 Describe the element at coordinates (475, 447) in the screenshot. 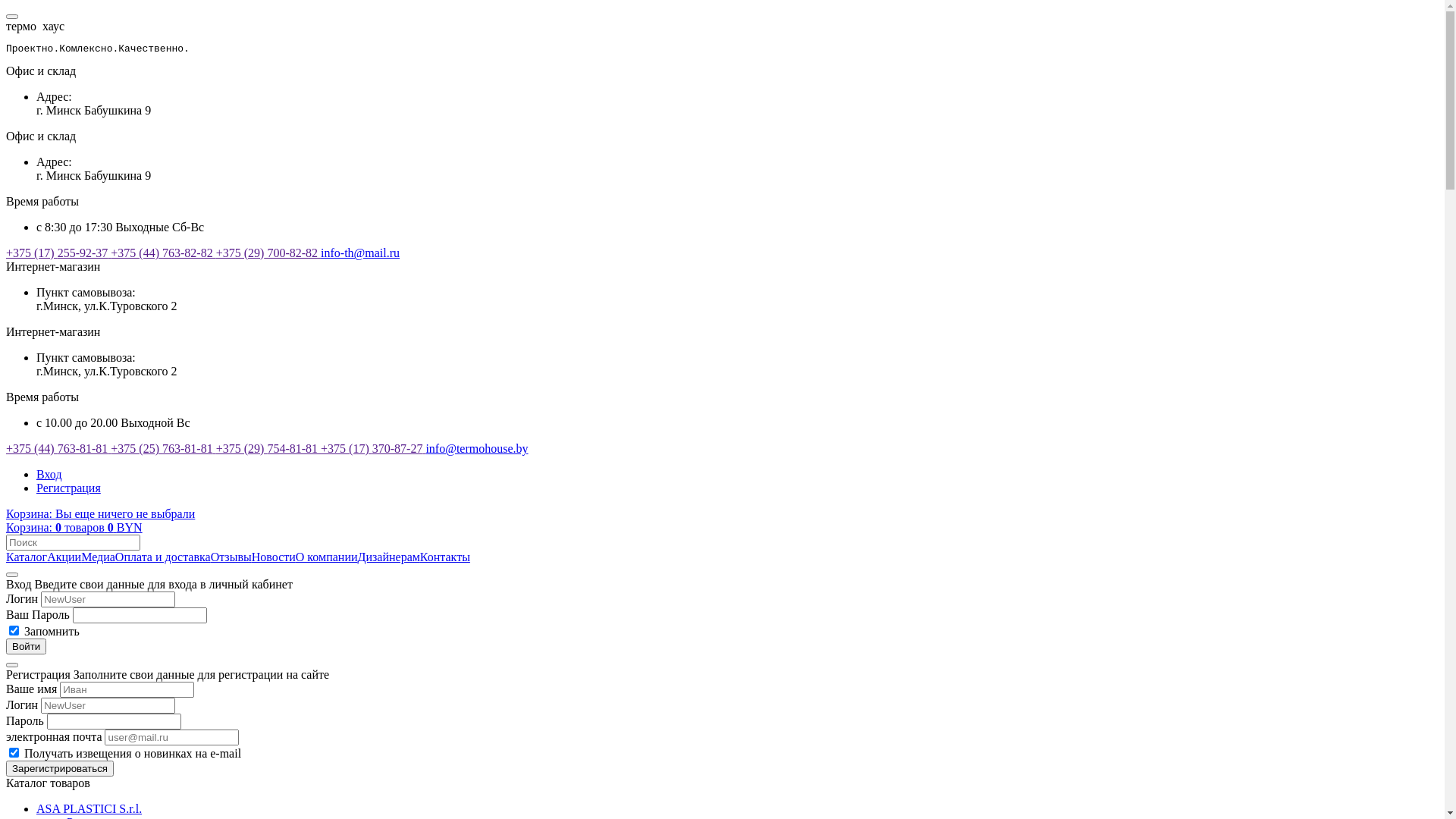

I see `'info@termohouse.by'` at that location.